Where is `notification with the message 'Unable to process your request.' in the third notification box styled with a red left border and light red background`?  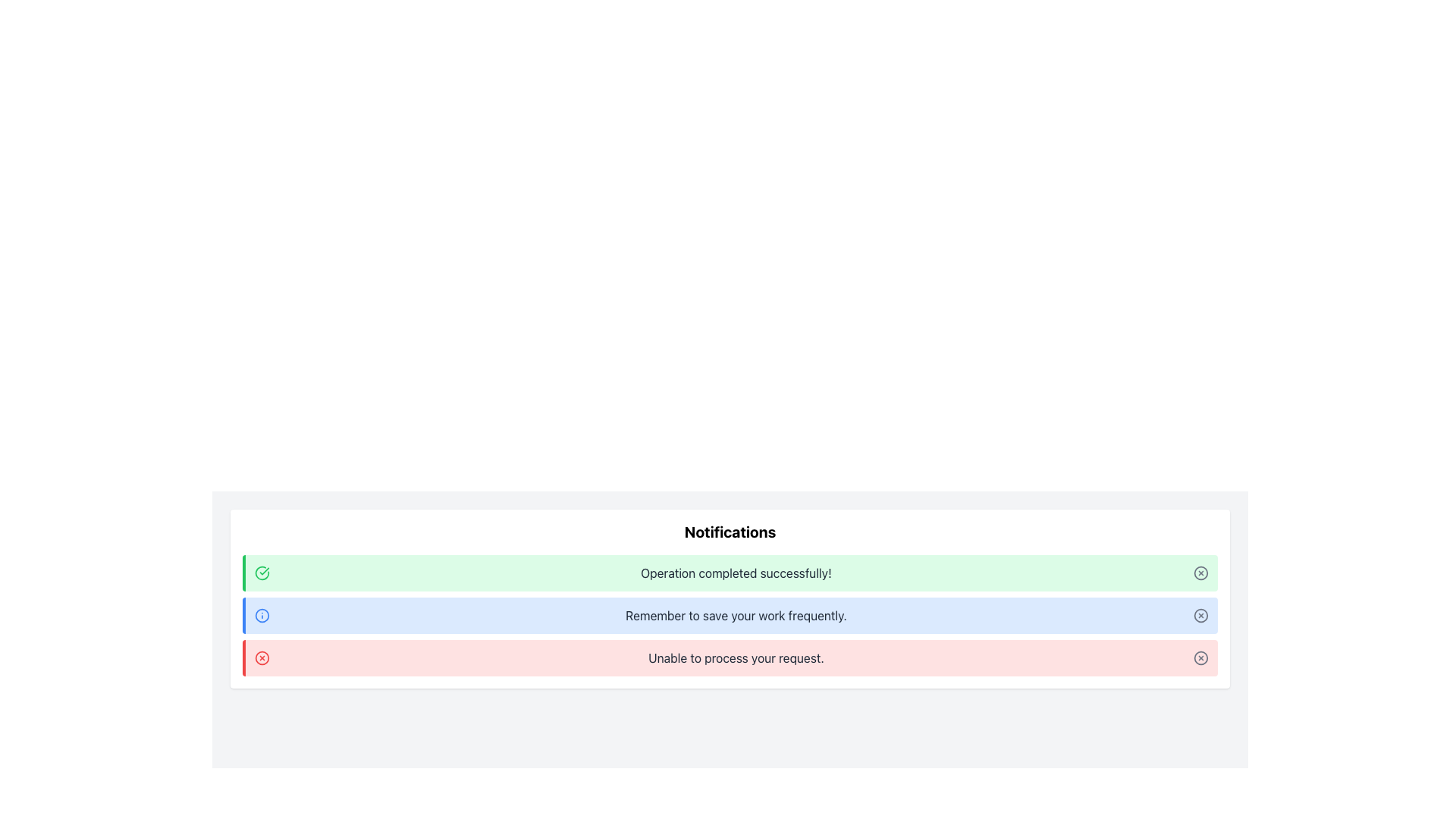 notification with the message 'Unable to process your request.' in the third notification box styled with a red left border and light red background is located at coordinates (730, 657).